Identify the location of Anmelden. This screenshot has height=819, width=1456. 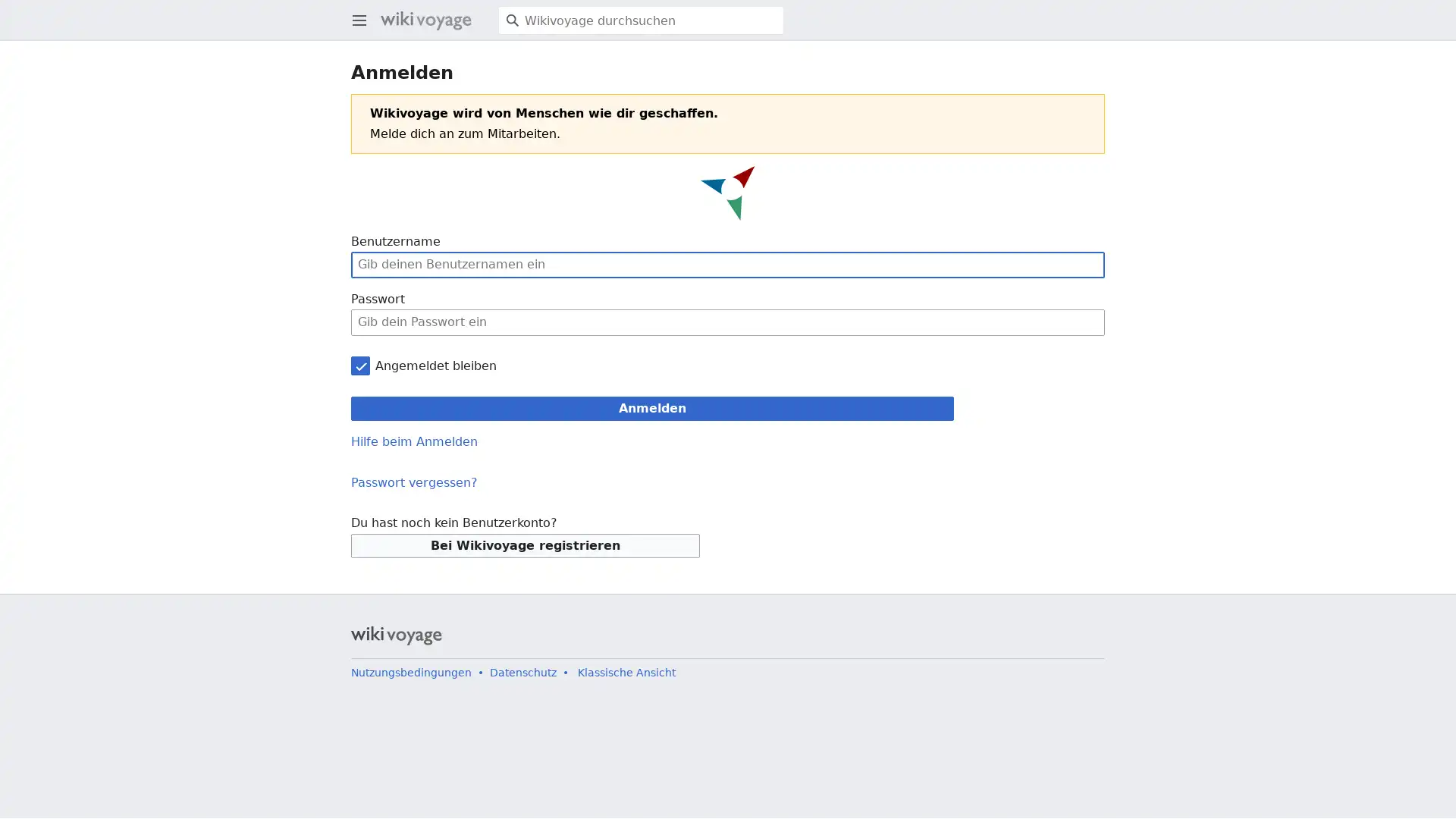
(651, 407).